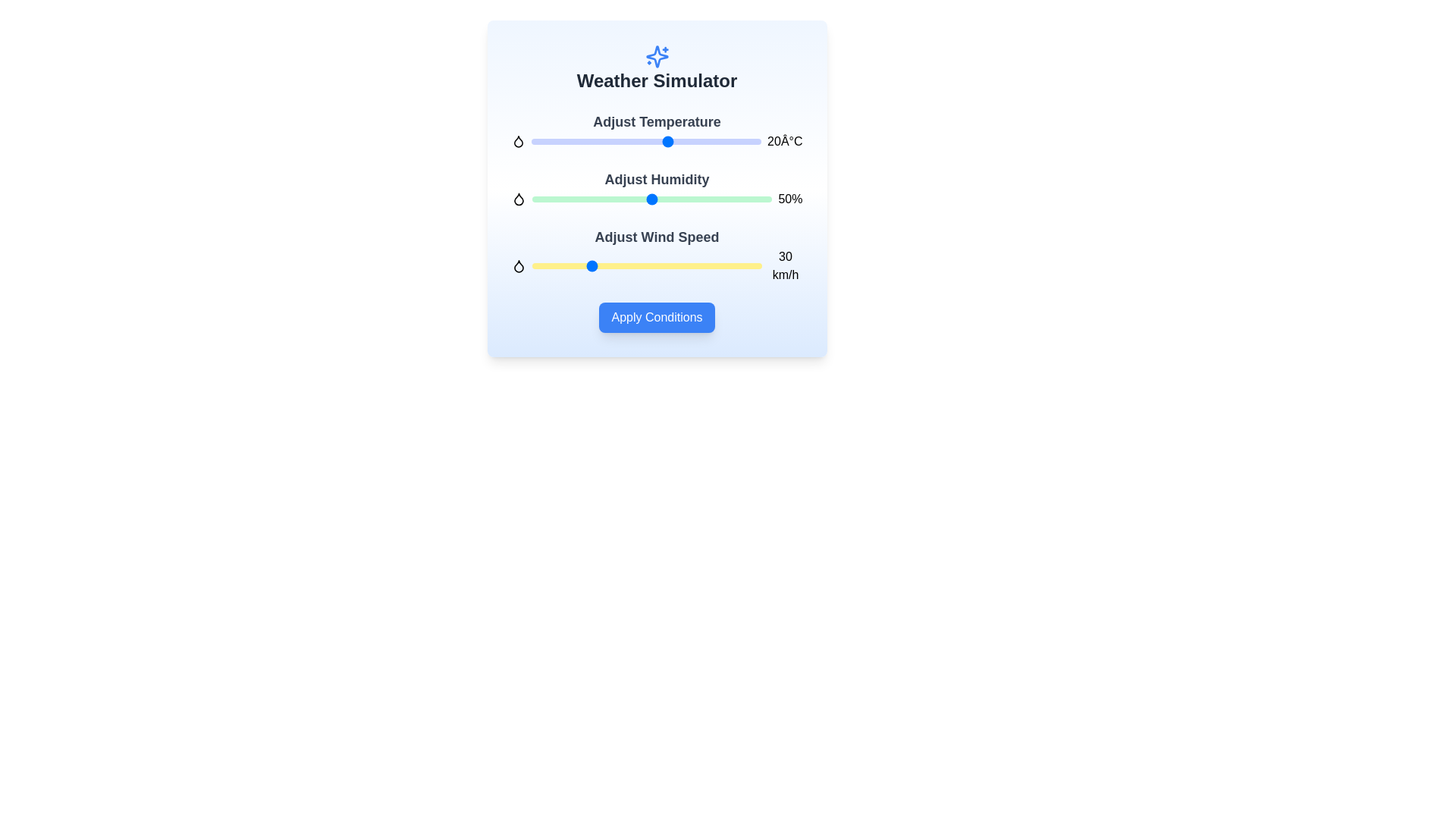  I want to click on the humidity level to 19% by sliding the humidity slider, so click(577, 198).